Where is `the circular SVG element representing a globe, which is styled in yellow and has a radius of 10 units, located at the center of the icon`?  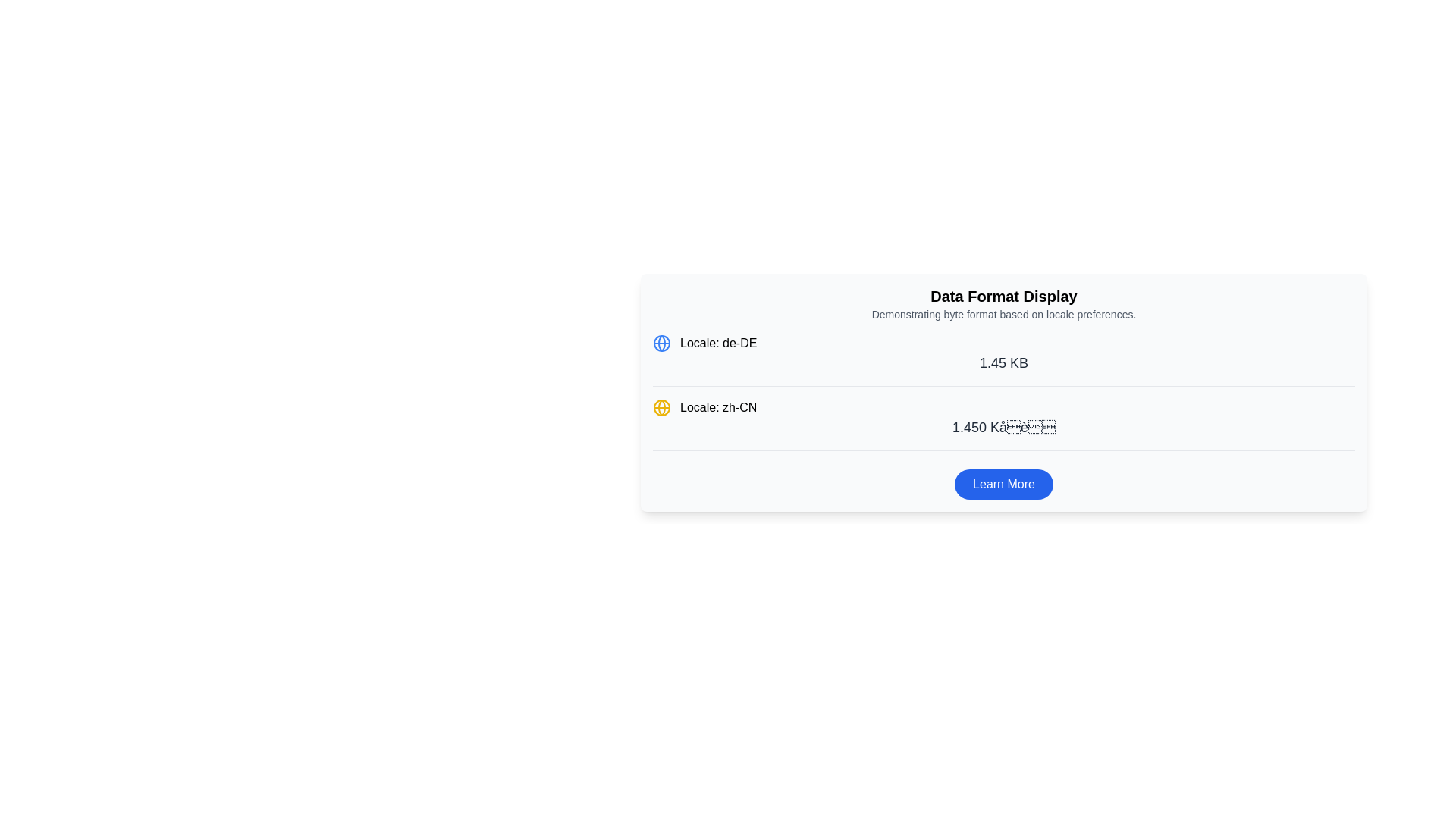 the circular SVG element representing a globe, which is styled in yellow and has a radius of 10 units, located at the center of the icon is located at coordinates (662, 406).